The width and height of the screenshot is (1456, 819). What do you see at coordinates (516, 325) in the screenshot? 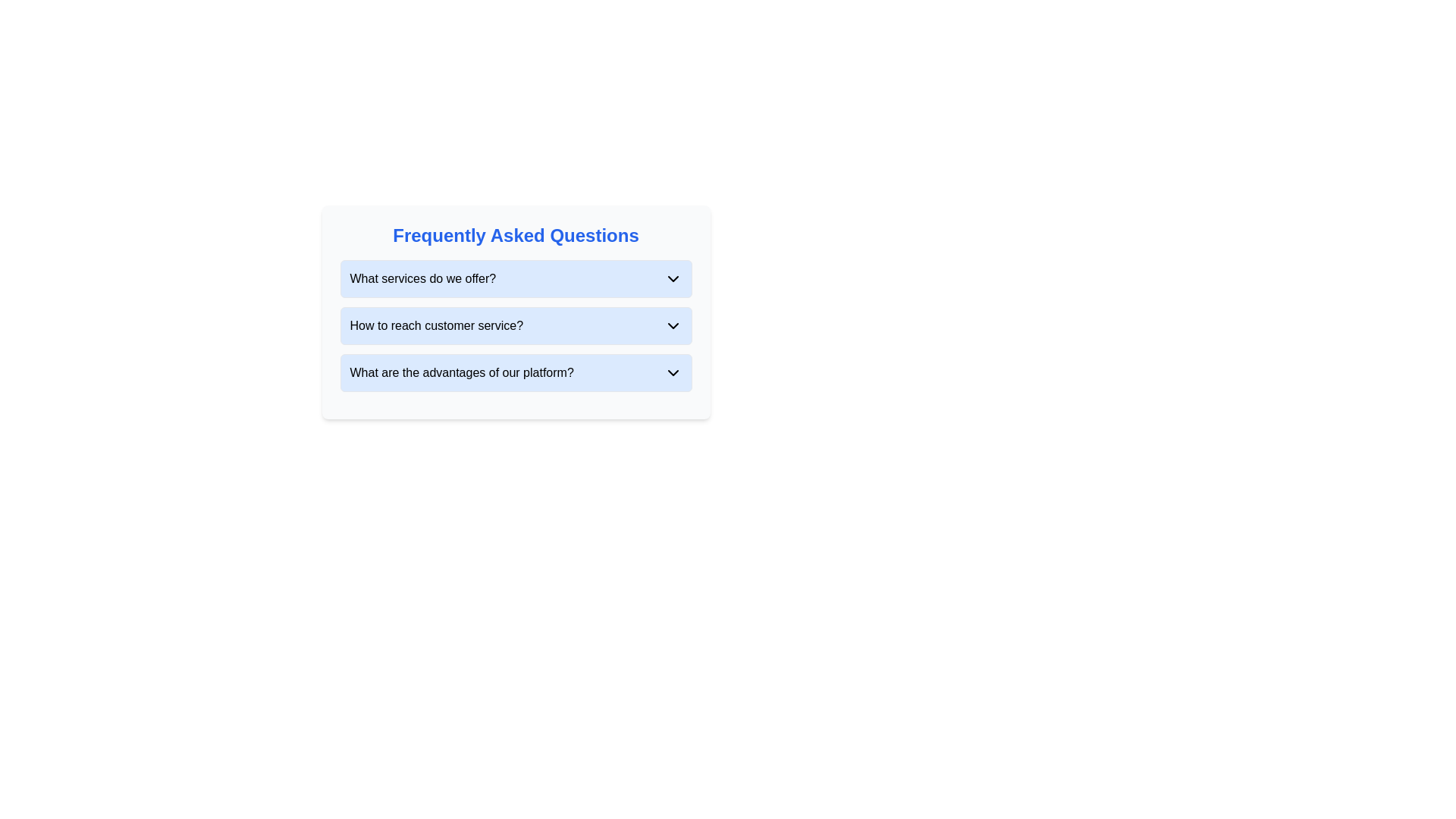
I see `the collapsible list item labeled 'How to reach customer service?'` at bounding box center [516, 325].